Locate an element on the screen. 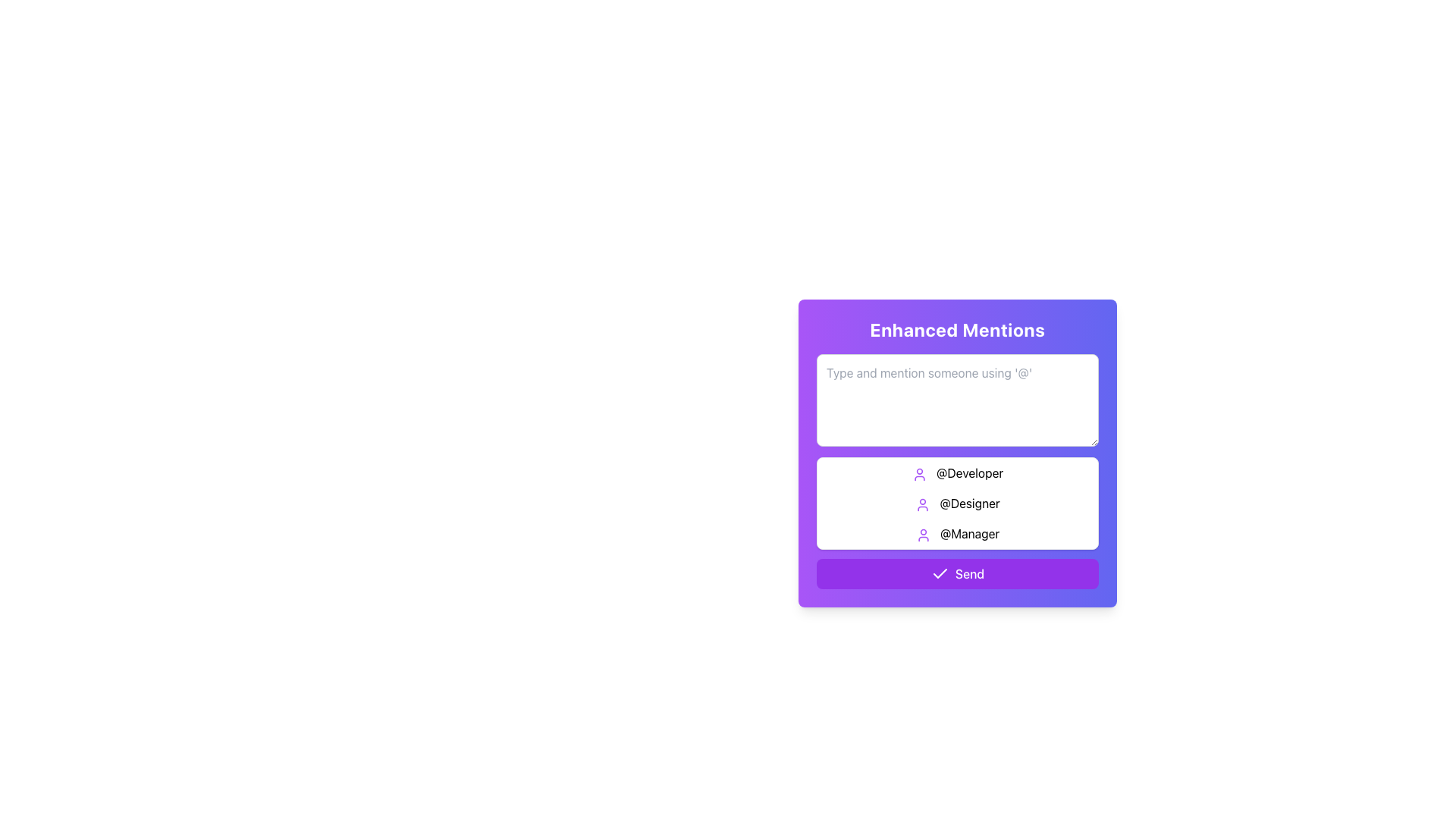 The image size is (1456, 819). the text input area with the placeholder 'Type and mention someone using @', located below the 'Enhanced Mentions' header is located at coordinates (956, 451).